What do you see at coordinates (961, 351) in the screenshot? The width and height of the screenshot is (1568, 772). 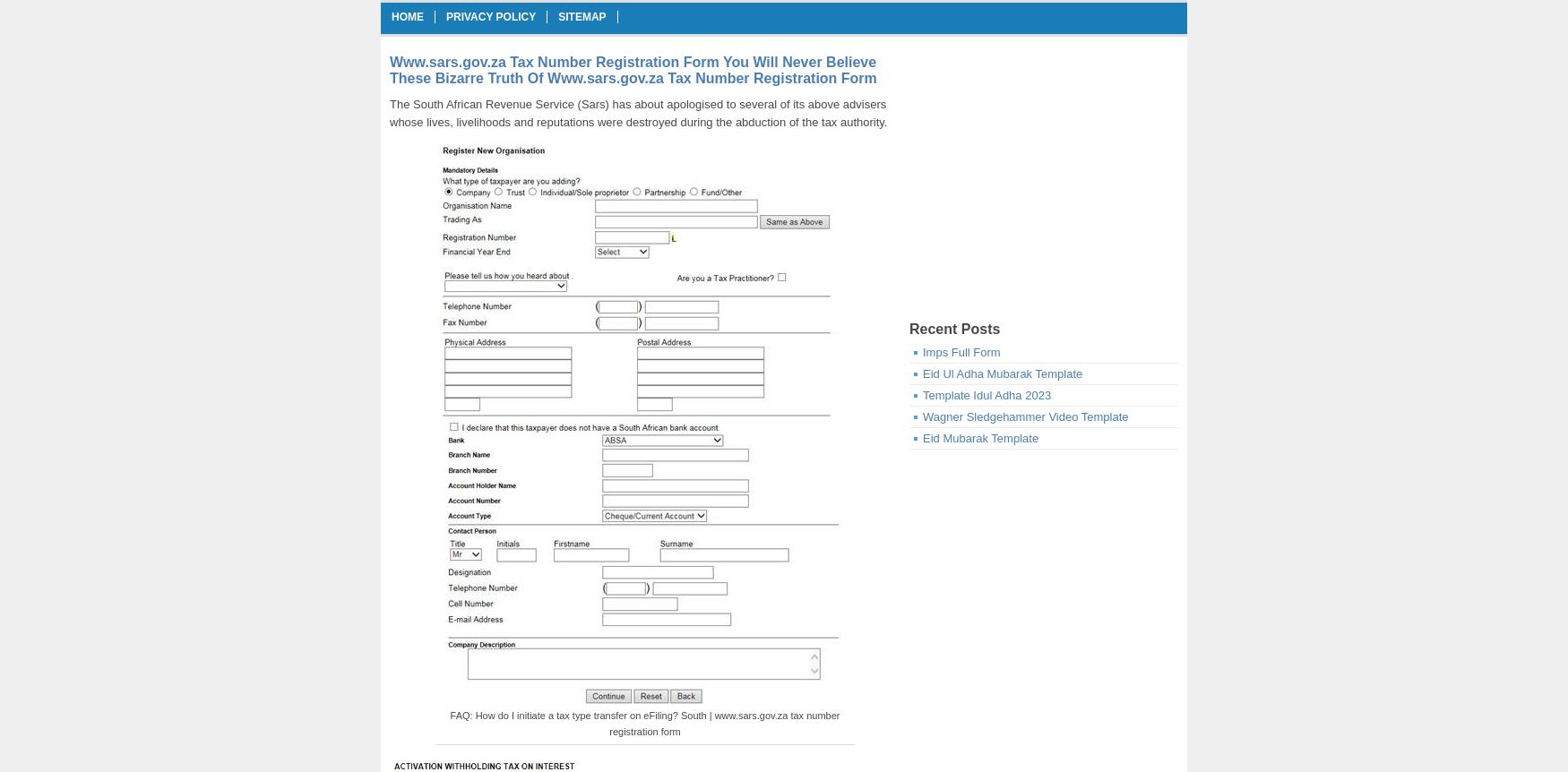 I see `'Imps Full Form'` at bounding box center [961, 351].